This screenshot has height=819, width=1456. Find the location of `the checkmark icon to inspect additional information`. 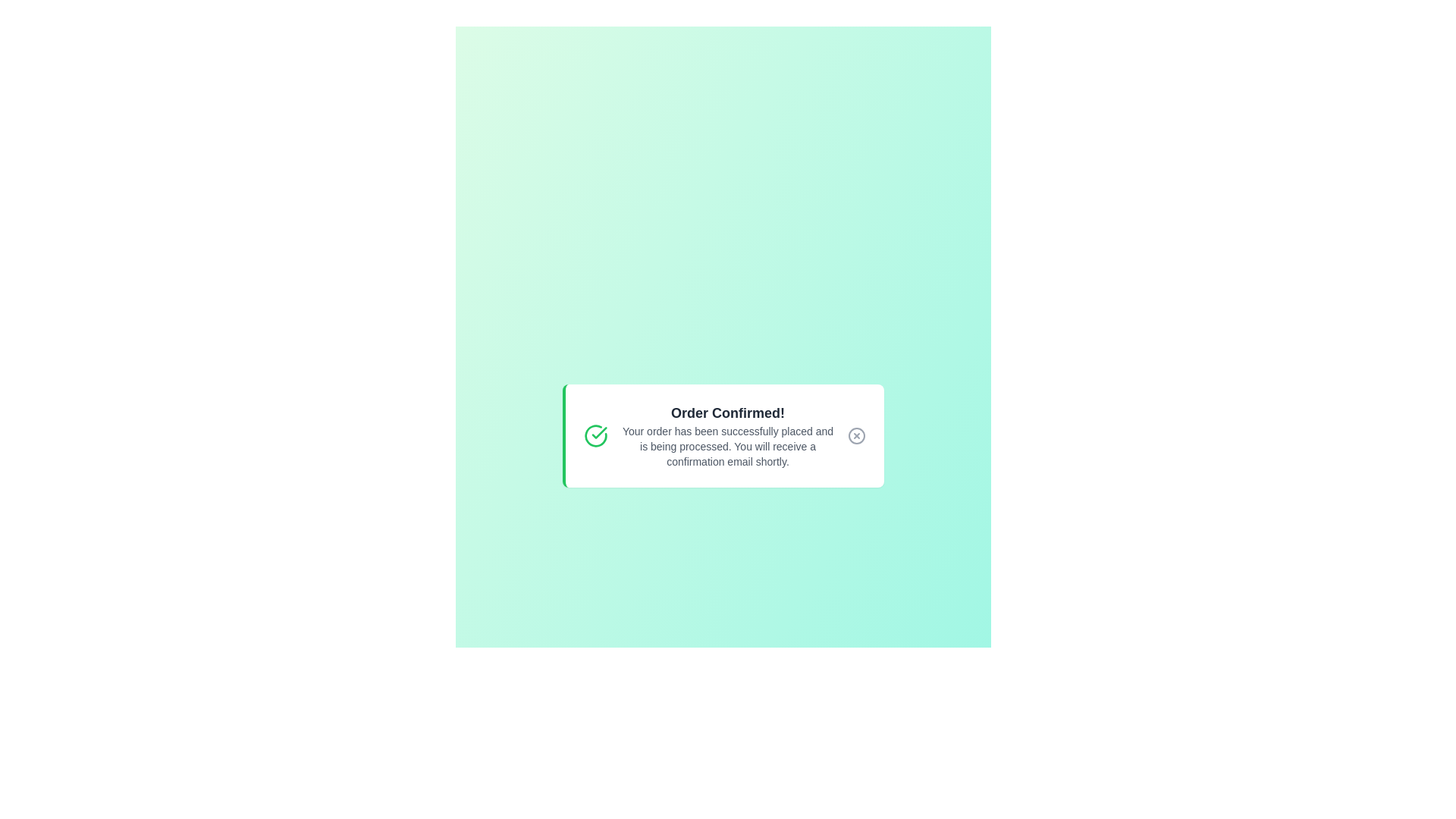

the checkmark icon to inspect additional information is located at coordinates (595, 435).